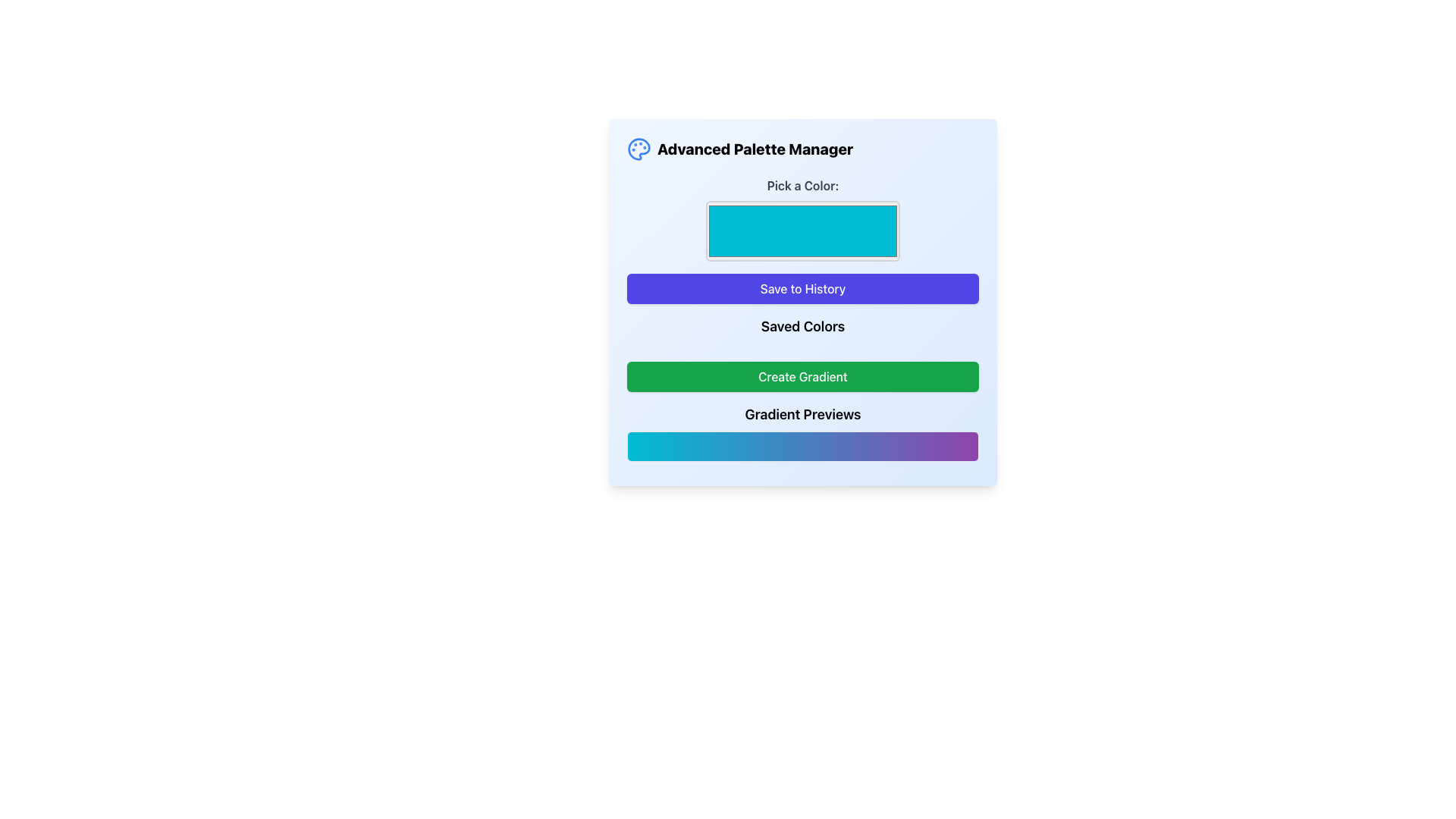 The height and width of the screenshot is (819, 1456). Describe the element at coordinates (639, 149) in the screenshot. I see `the decorative vector graphic located in the top left corner next to the title 'Advanced Palette Manager.'` at that location.